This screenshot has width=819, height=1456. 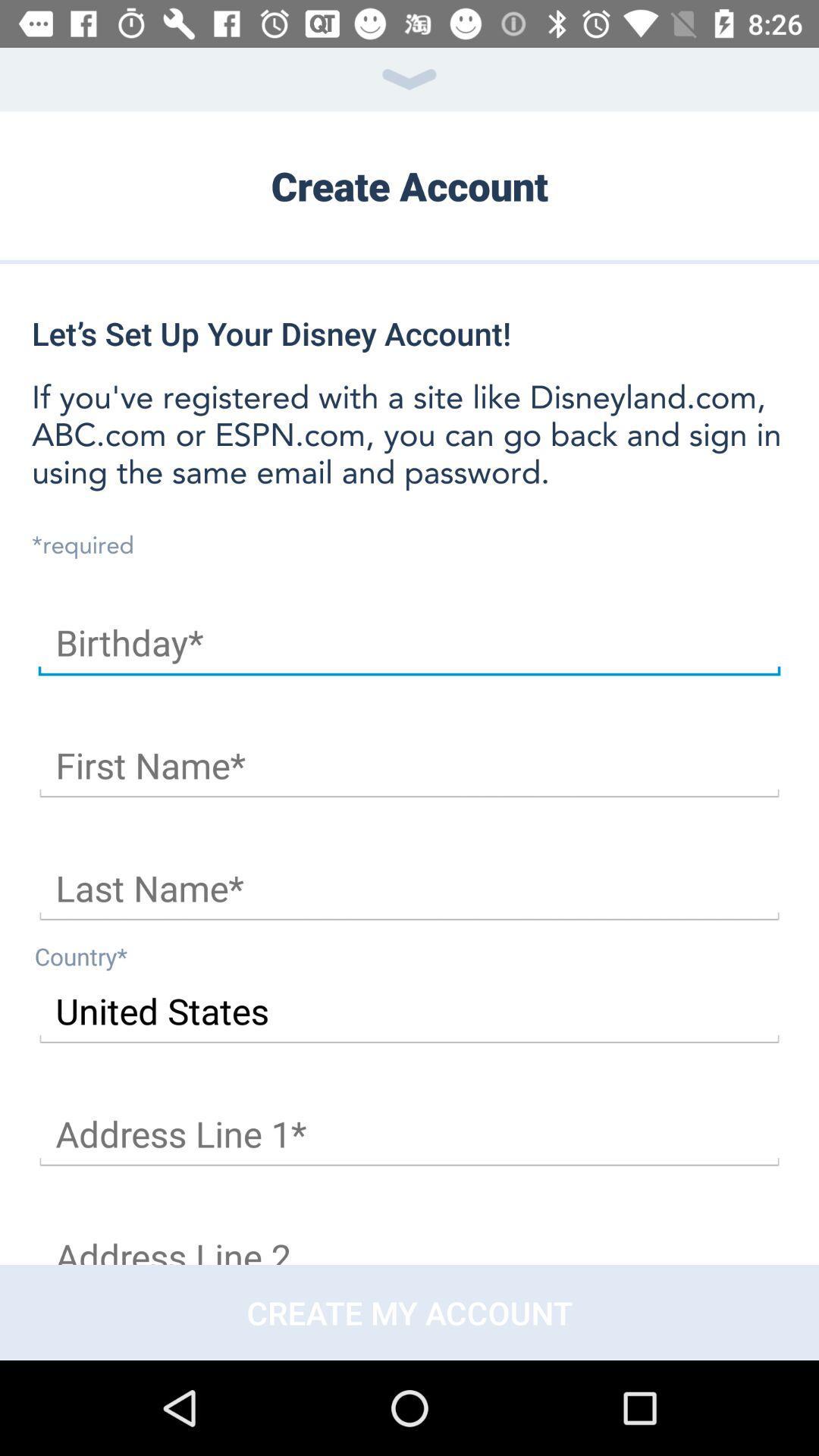 I want to click on your birthday here, so click(x=409, y=643).